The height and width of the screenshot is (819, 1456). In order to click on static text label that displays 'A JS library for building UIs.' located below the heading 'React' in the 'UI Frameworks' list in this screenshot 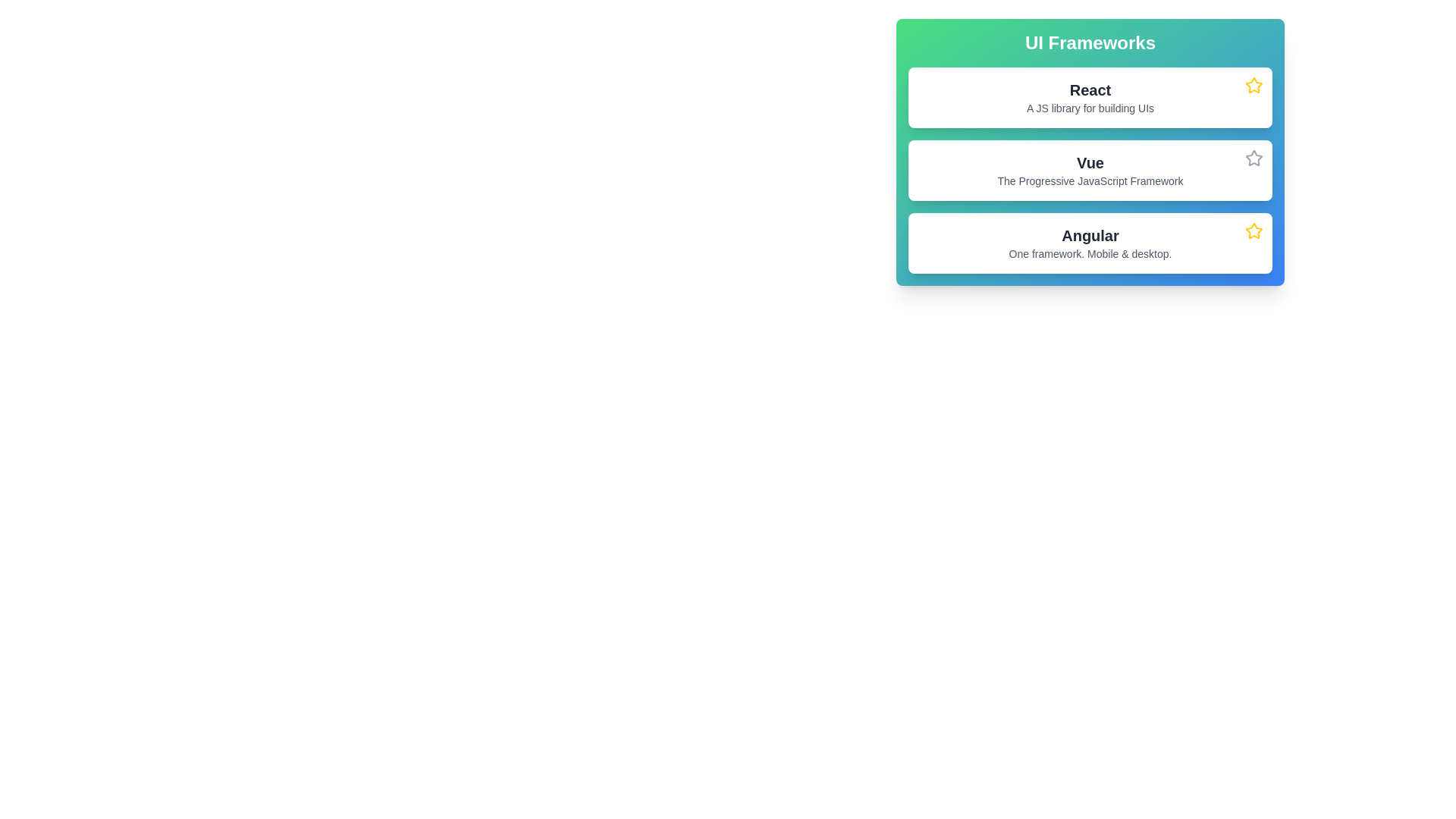, I will do `click(1090, 107)`.